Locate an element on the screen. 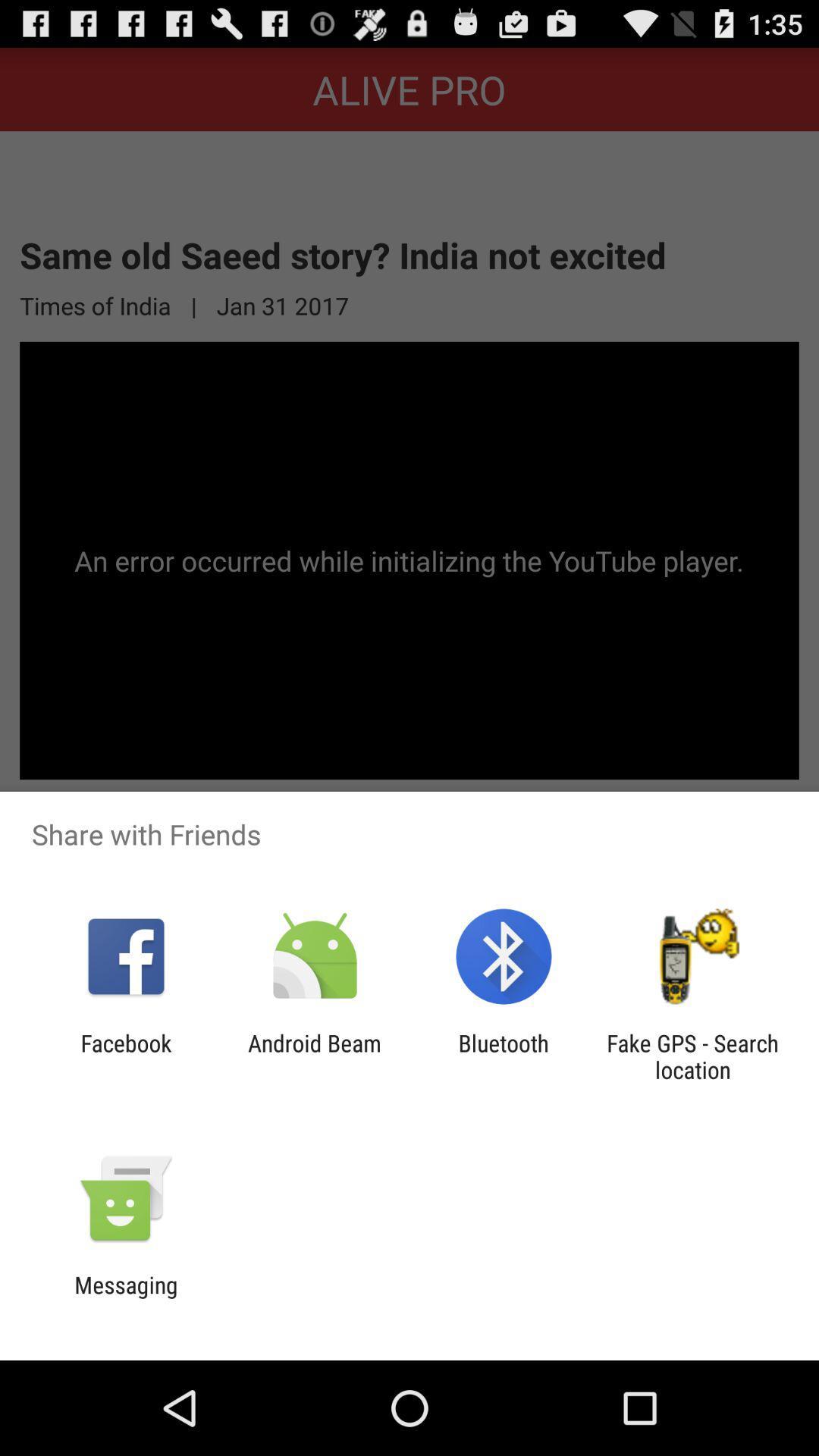 This screenshot has height=1456, width=819. app next to the bluetooth app is located at coordinates (314, 1056).